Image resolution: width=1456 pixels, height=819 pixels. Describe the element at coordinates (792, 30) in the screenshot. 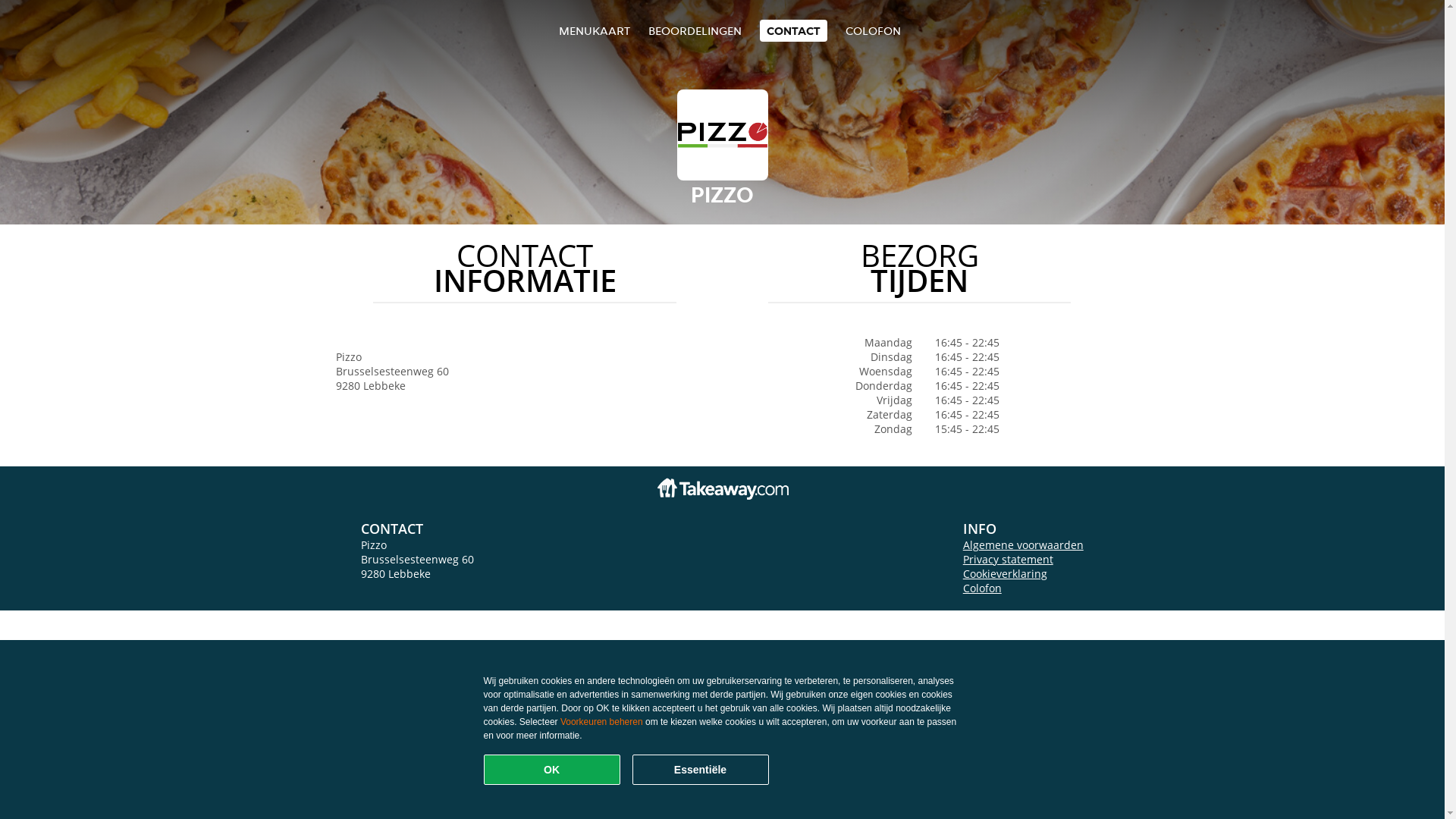

I see `'CONTACT'` at that location.